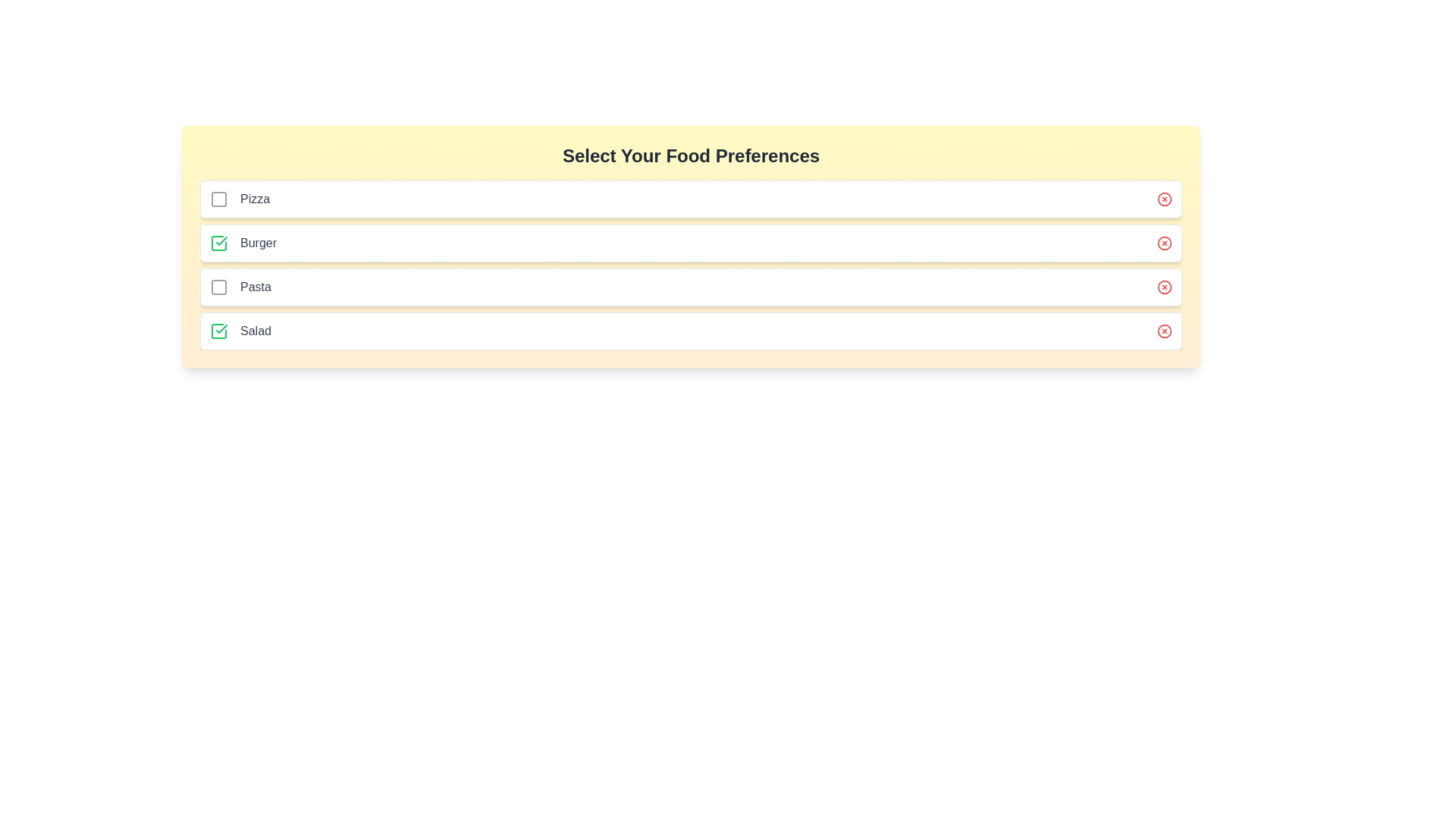  Describe the element at coordinates (1164, 287) in the screenshot. I see `the delete button located on the far-right side of the 'Pasta' row` at that location.